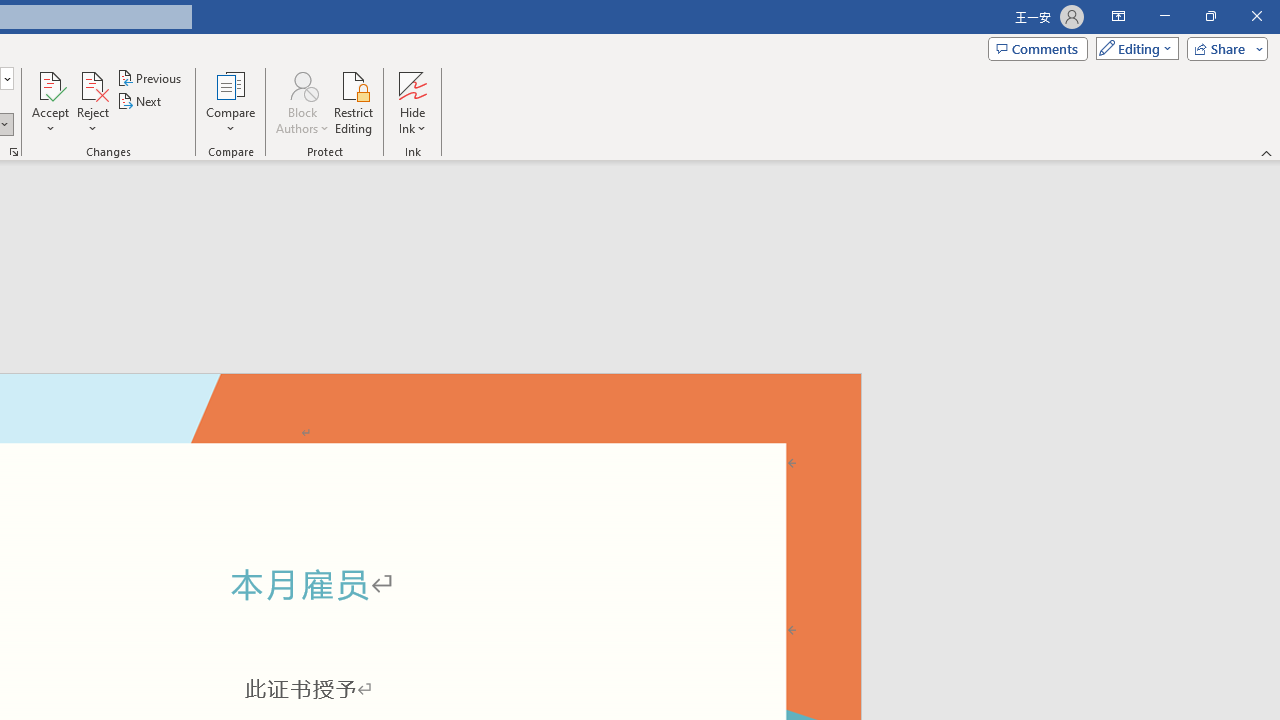 This screenshot has width=1280, height=720. I want to click on 'Block Authors', so click(301, 103).